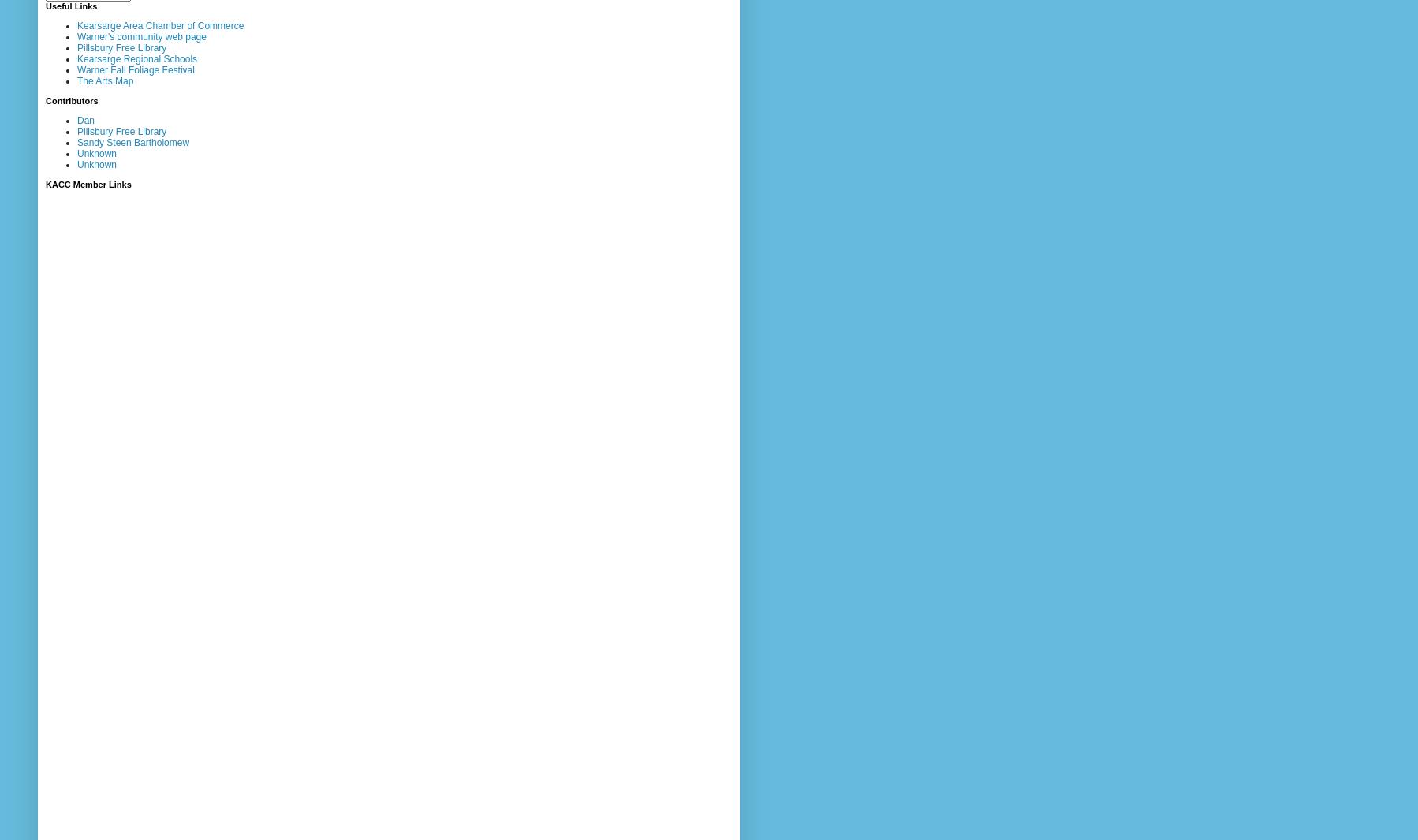 The image size is (1418, 840). I want to click on 'The Arts Map', so click(104, 80).